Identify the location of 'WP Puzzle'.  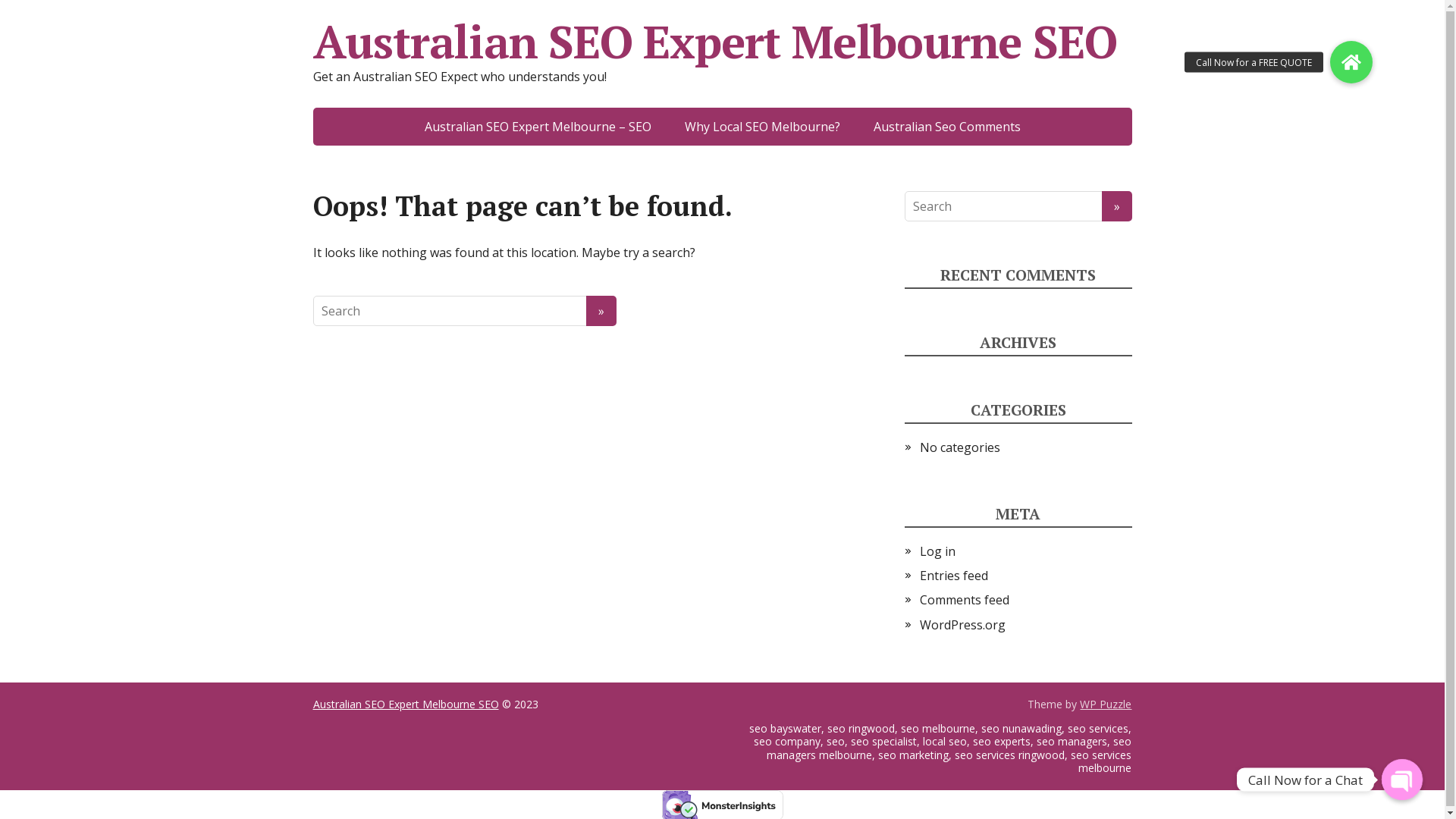
(1106, 704).